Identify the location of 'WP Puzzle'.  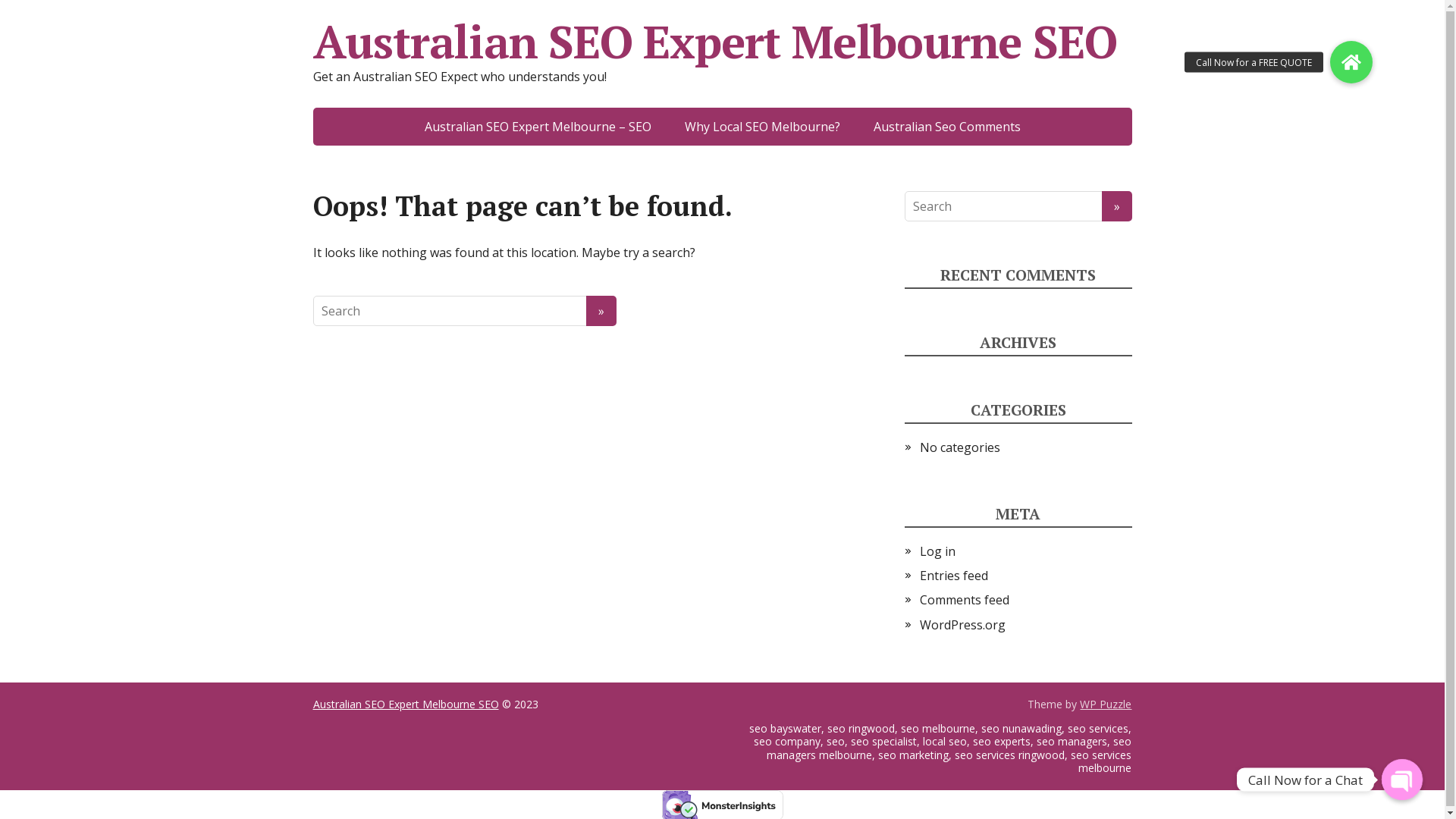
(1106, 704).